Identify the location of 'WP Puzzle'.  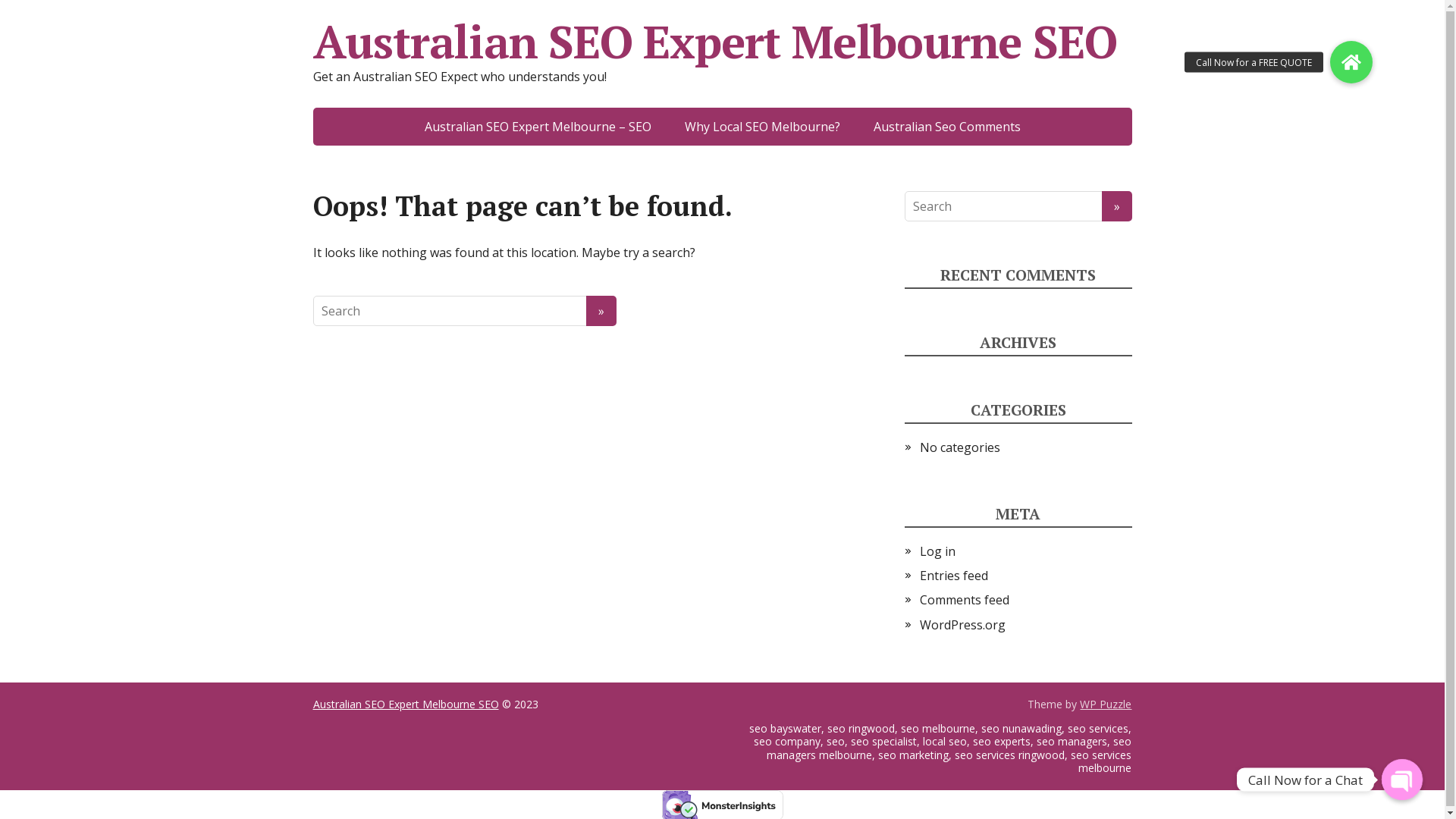
(1106, 704).